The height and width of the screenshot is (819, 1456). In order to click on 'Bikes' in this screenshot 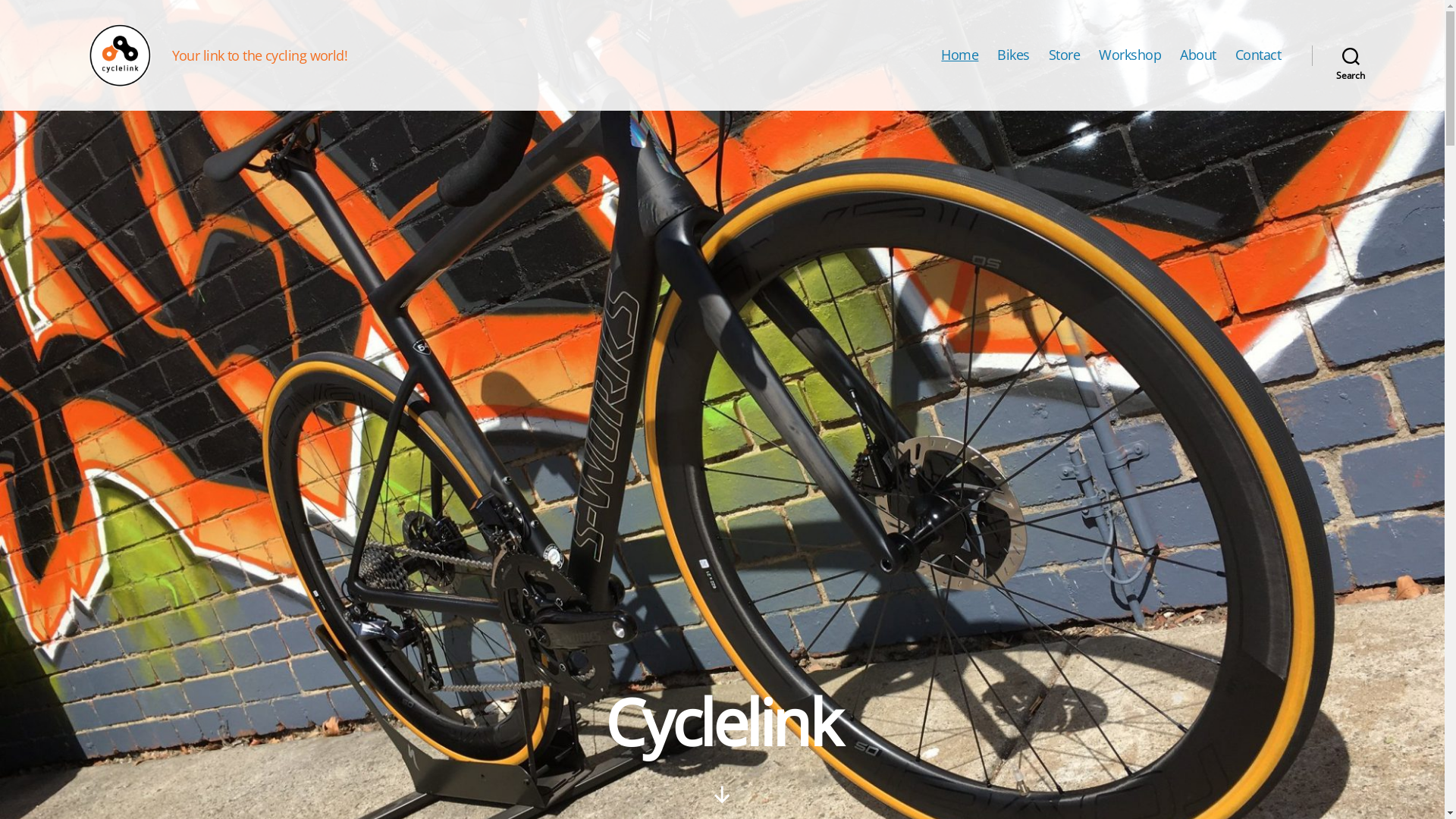, I will do `click(1013, 55)`.